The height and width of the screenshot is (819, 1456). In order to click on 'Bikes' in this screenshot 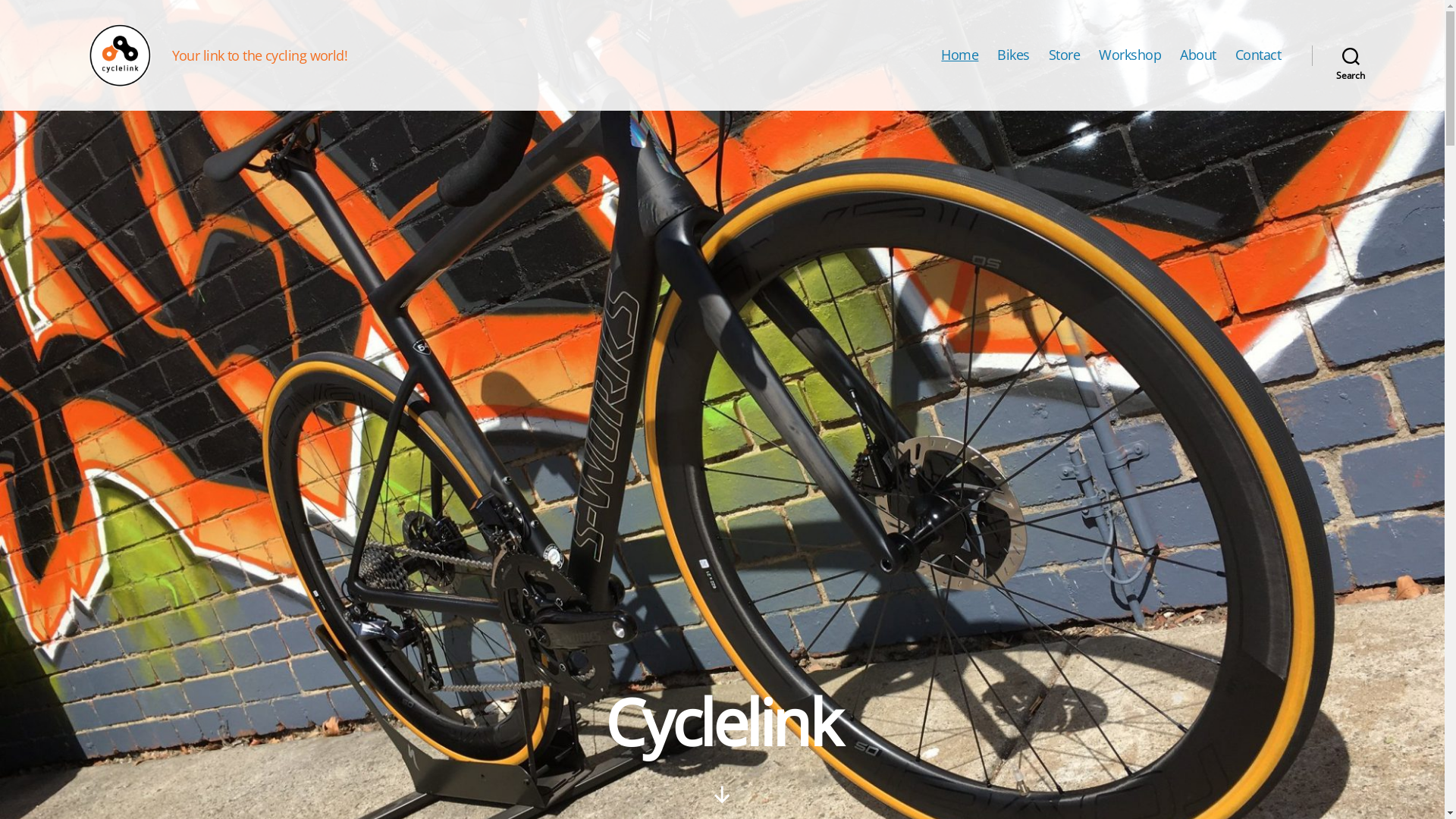, I will do `click(1013, 55)`.